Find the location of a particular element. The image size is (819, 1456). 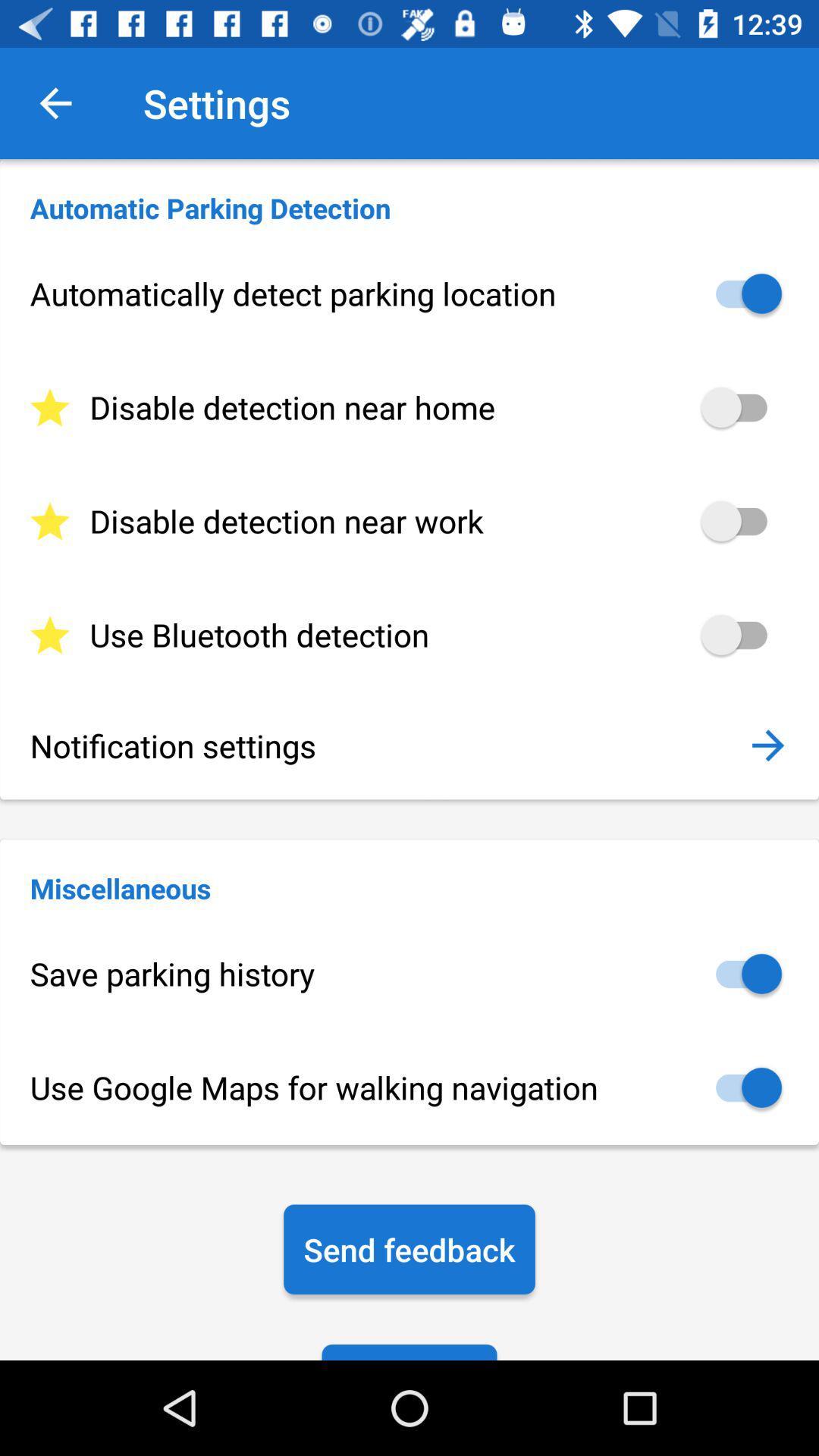

the icon below disable detection near icon is located at coordinates (409, 635).